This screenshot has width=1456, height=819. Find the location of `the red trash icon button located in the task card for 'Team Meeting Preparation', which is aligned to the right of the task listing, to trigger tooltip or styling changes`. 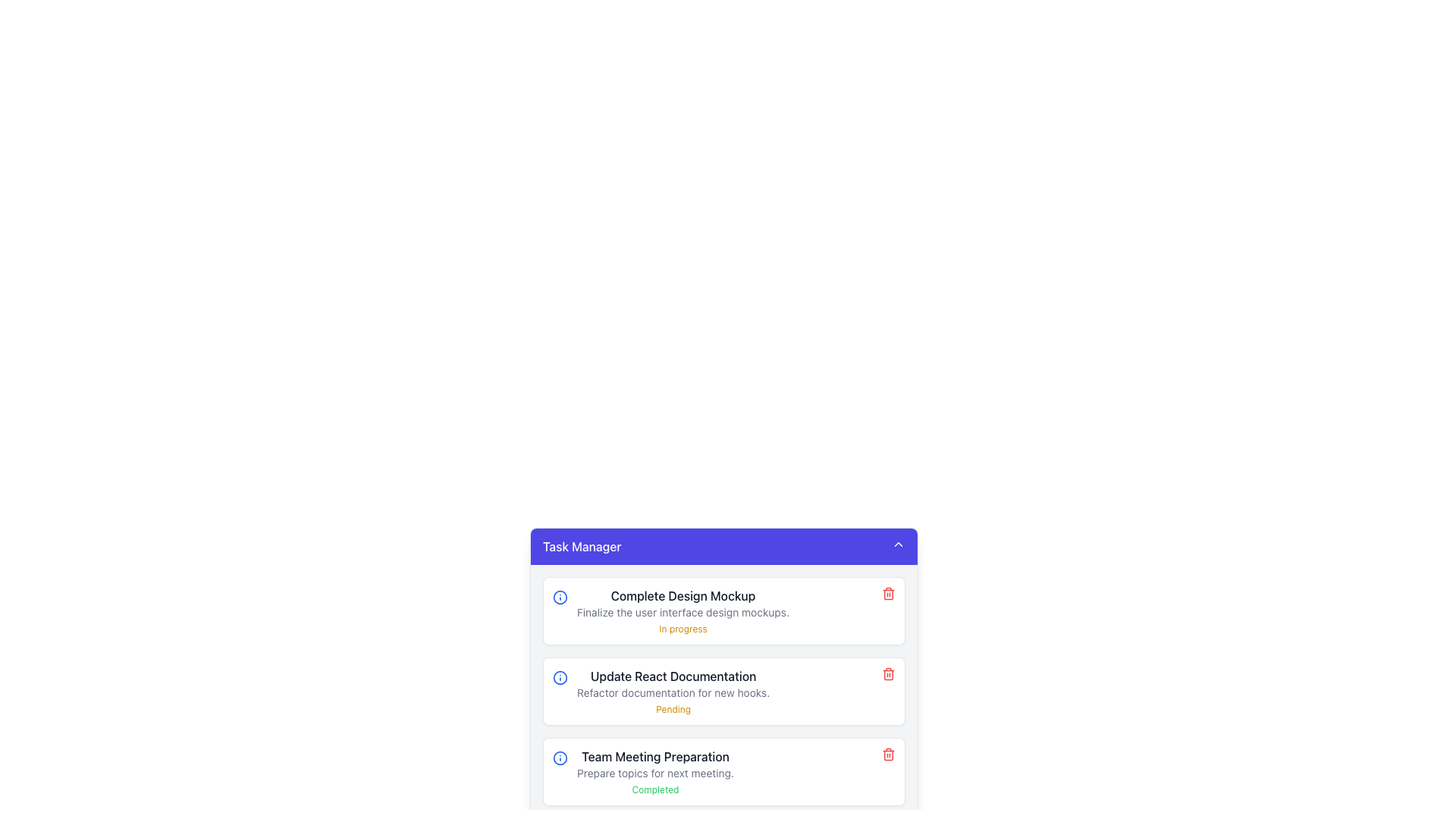

the red trash icon button located in the task card for 'Team Meeting Preparation', which is aligned to the right of the task listing, to trigger tooltip or styling changes is located at coordinates (888, 755).